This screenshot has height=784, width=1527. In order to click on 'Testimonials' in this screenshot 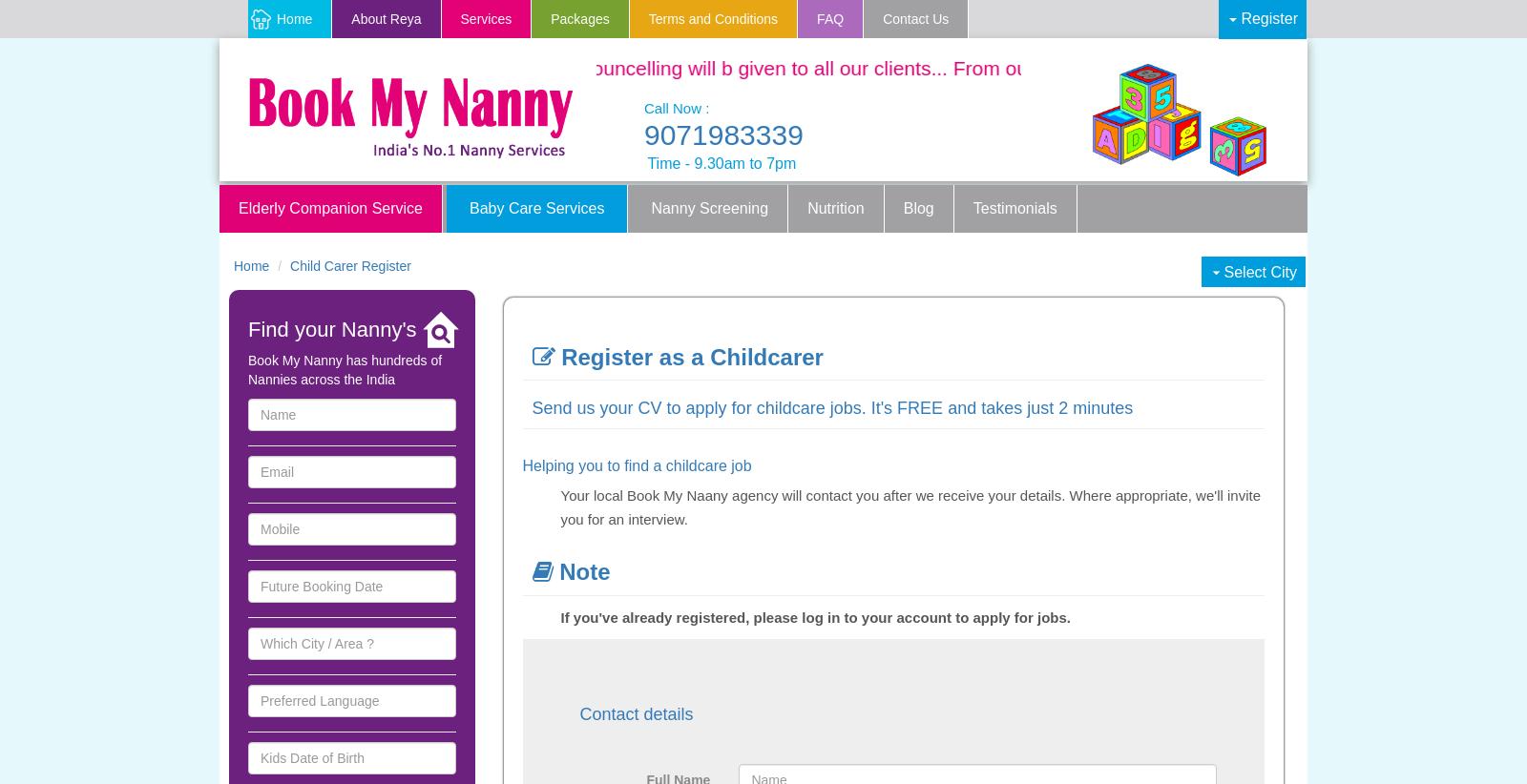, I will do `click(973, 207)`.